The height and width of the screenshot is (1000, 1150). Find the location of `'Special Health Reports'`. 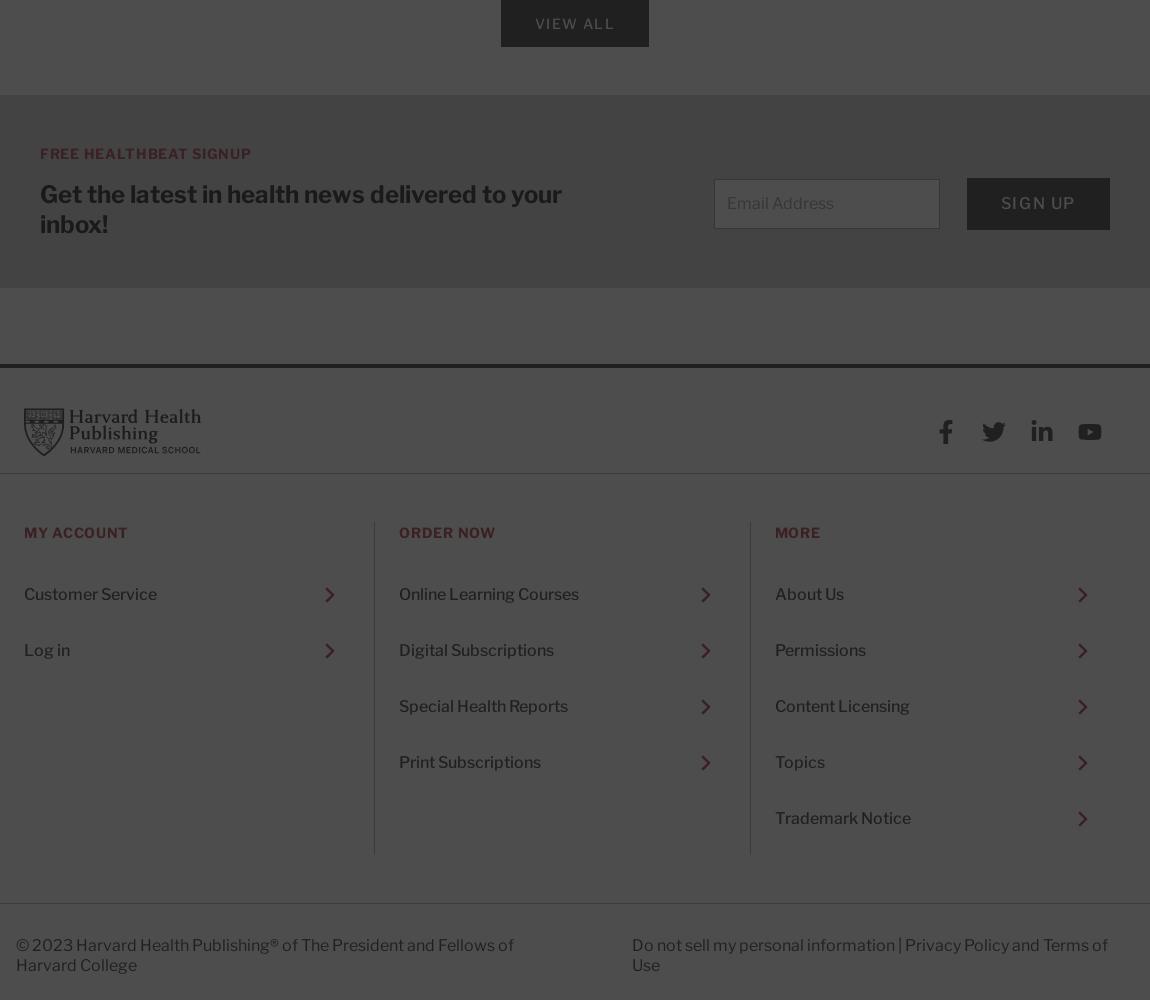

'Special Health Reports' is located at coordinates (483, 705).